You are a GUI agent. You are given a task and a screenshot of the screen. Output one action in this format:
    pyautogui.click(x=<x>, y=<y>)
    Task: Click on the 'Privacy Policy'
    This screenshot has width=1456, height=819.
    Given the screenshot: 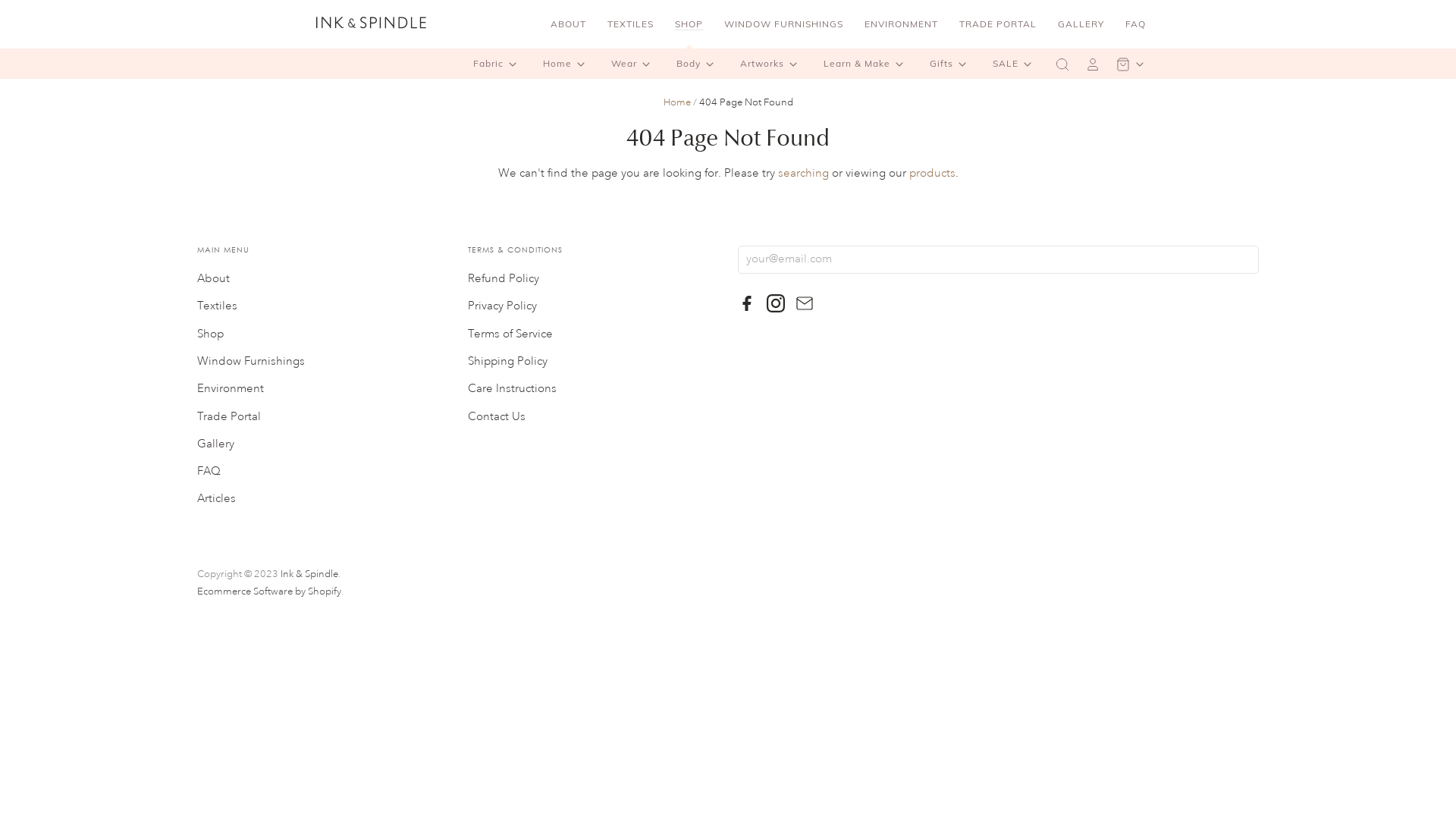 What is the action you would take?
    pyautogui.click(x=467, y=306)
    